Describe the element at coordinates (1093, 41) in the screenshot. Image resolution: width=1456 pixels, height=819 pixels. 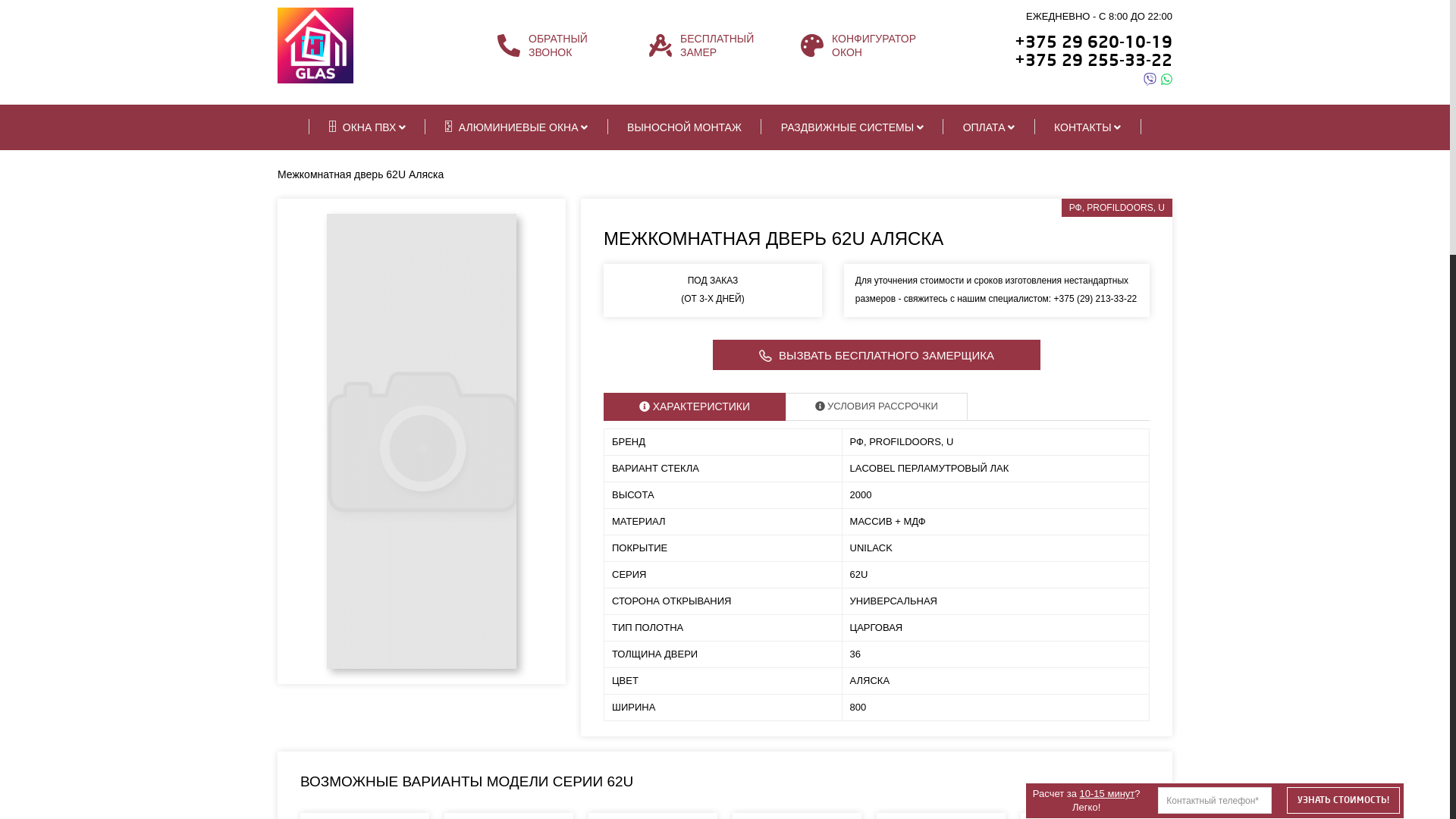
I see `'+375 29 620-10-19'` at that location.